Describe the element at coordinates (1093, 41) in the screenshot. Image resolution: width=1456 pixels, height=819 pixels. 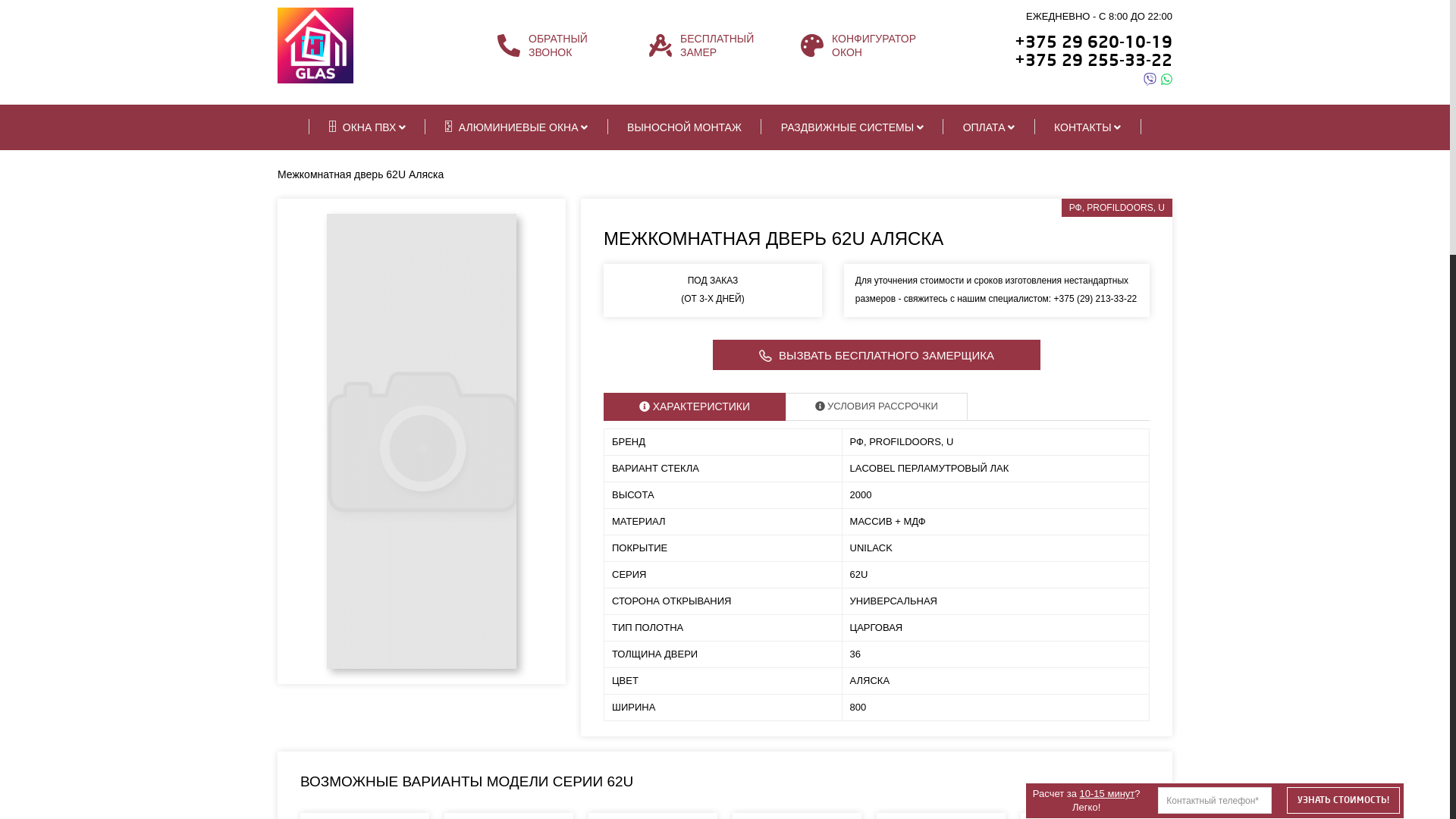
I see `'+375 29 620-10-19'` at that location.